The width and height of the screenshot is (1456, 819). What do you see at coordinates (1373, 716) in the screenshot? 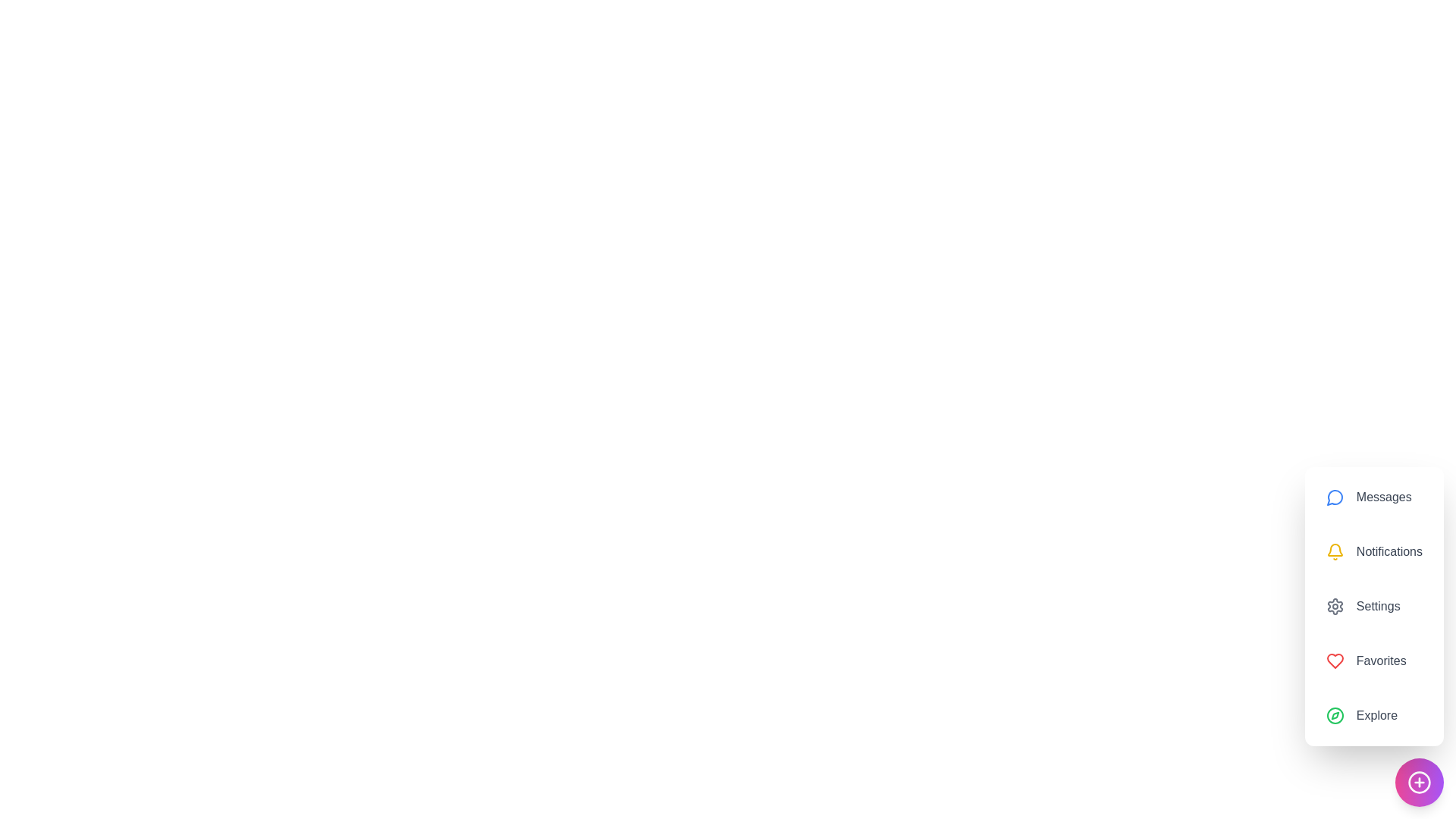
I see `the 'Explore' button to explore new content` at bounding box center [1373, 716].